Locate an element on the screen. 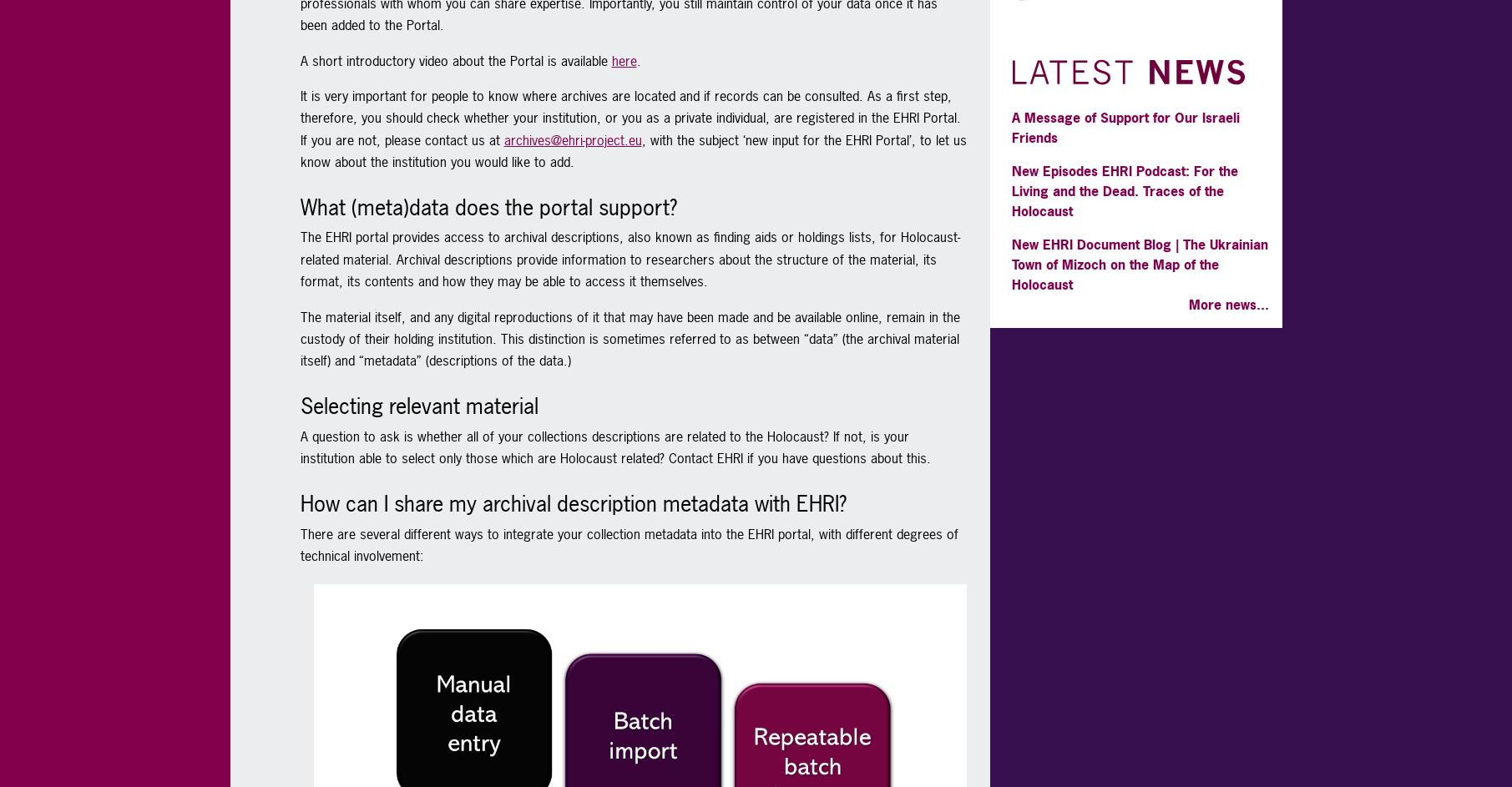 The image size is (1512, 787). '.' is located at coordinates (639, 59).